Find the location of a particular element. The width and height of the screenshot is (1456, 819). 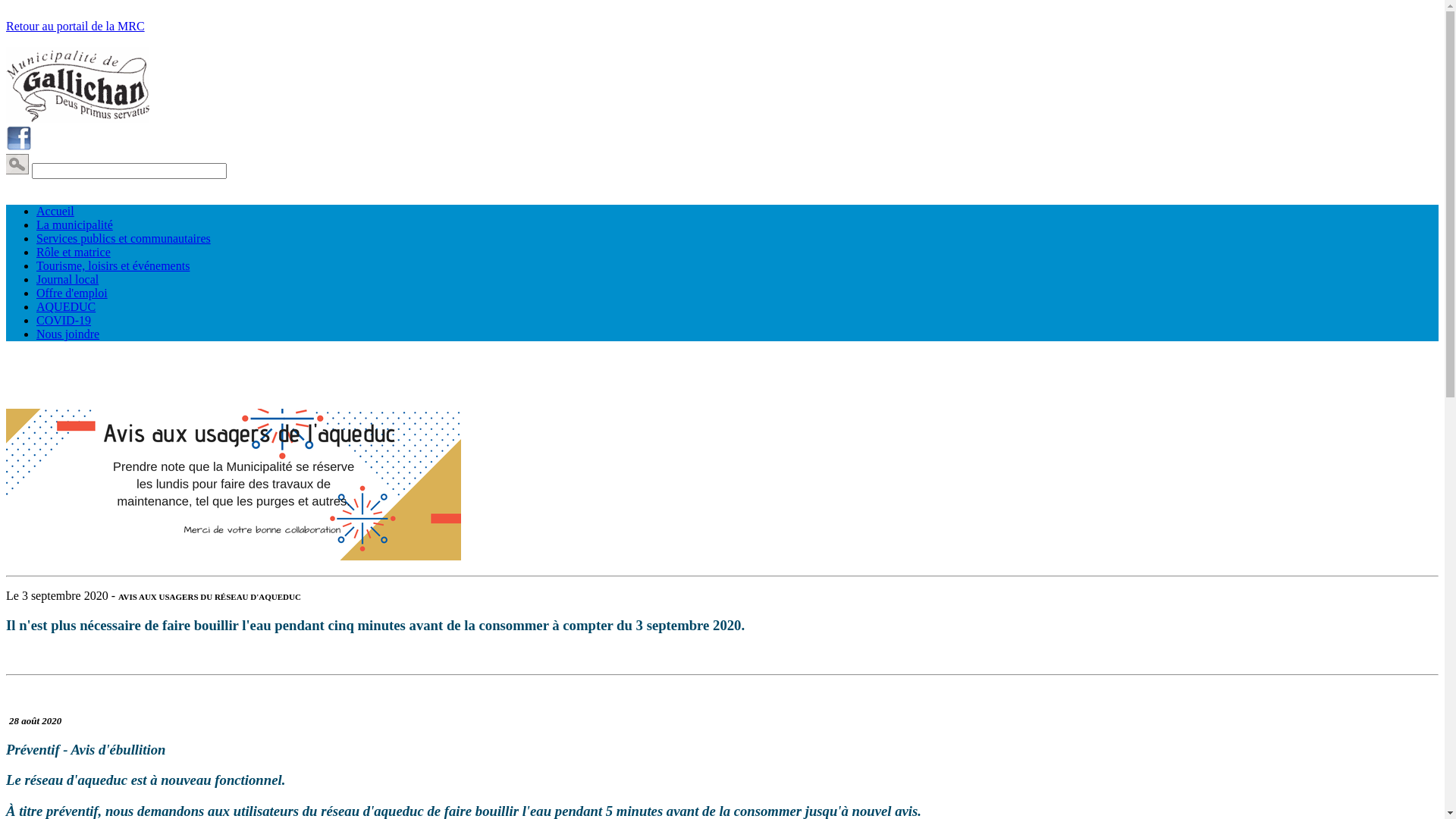

'Nous joindre' is located at coordinates (67, 333).